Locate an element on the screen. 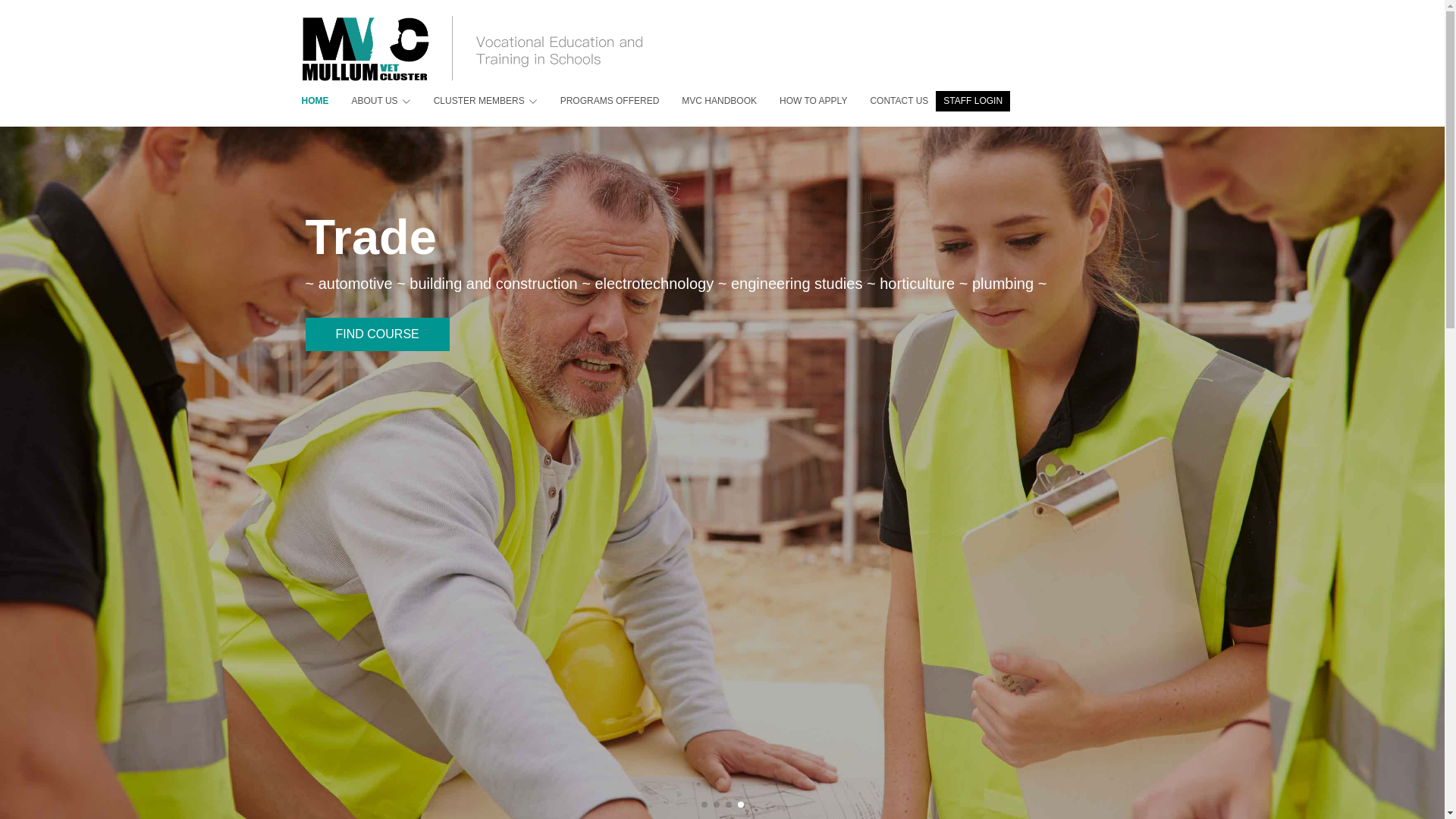 Image resolution: width=1456 pixels, height=819 pixels. 'ABOUT US' is located at coordinates (370, 101).